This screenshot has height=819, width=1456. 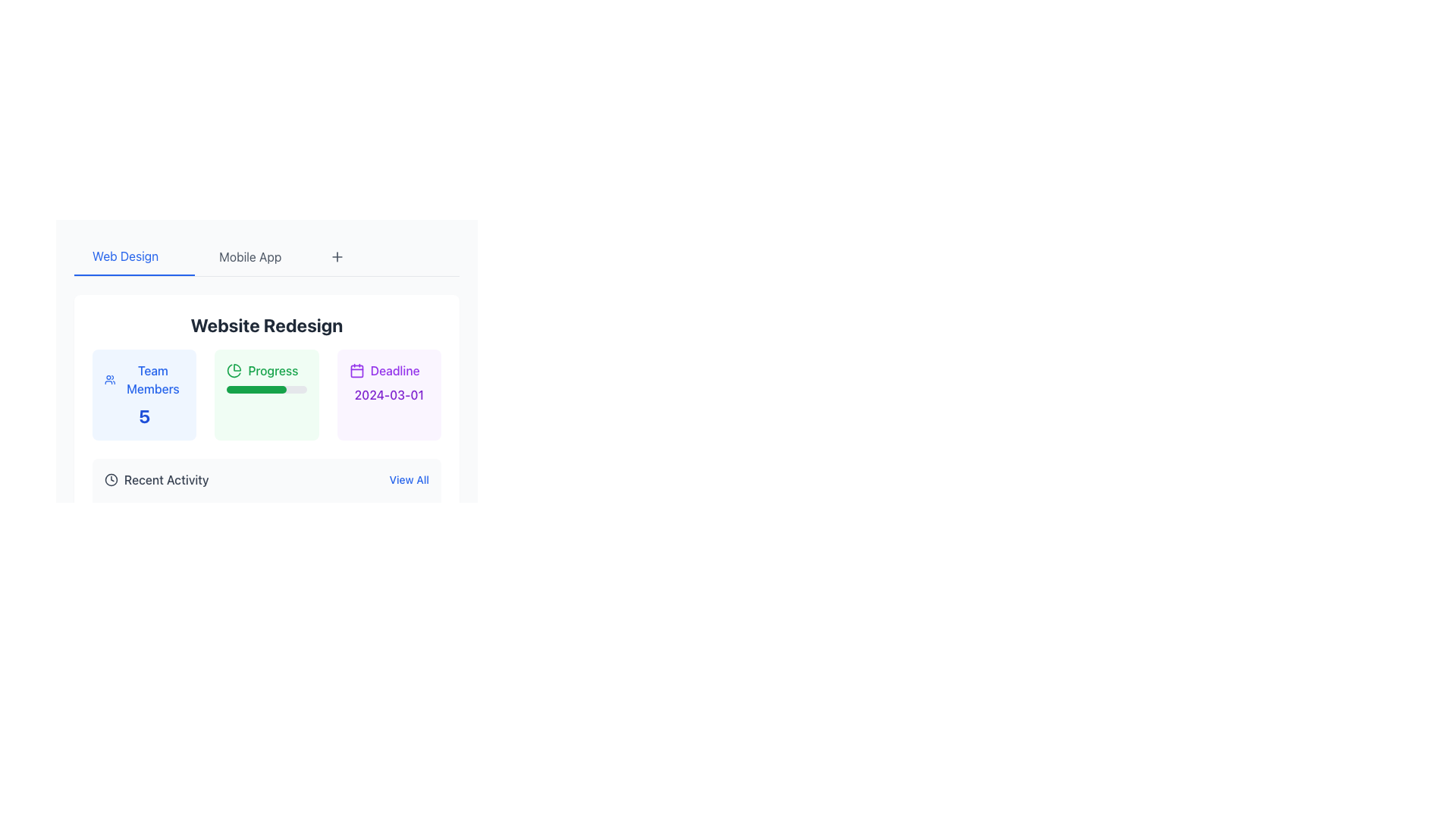 What do you see at coordinates (152, 379) in the screenshot?
I see `the 'Team Members' text label styled in blue within the card structure` at bounding box center [152, 379].